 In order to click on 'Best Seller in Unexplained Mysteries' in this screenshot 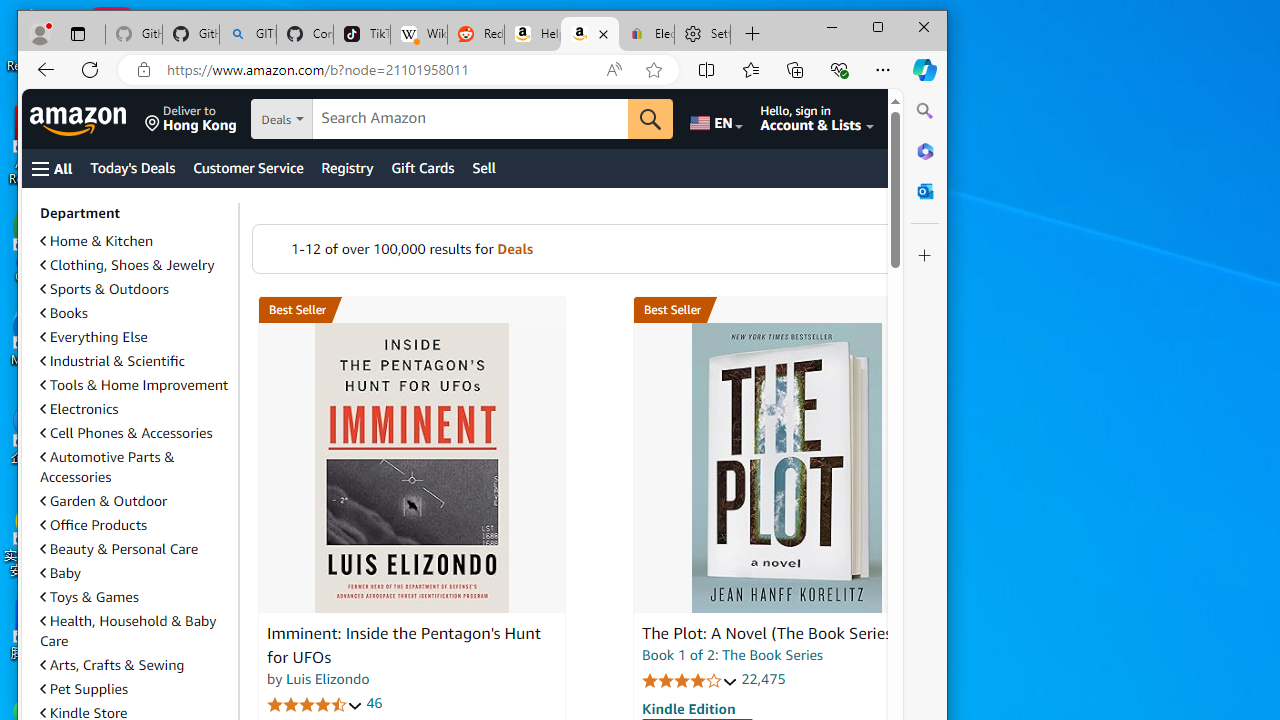, I will do `click(410, 309)`.